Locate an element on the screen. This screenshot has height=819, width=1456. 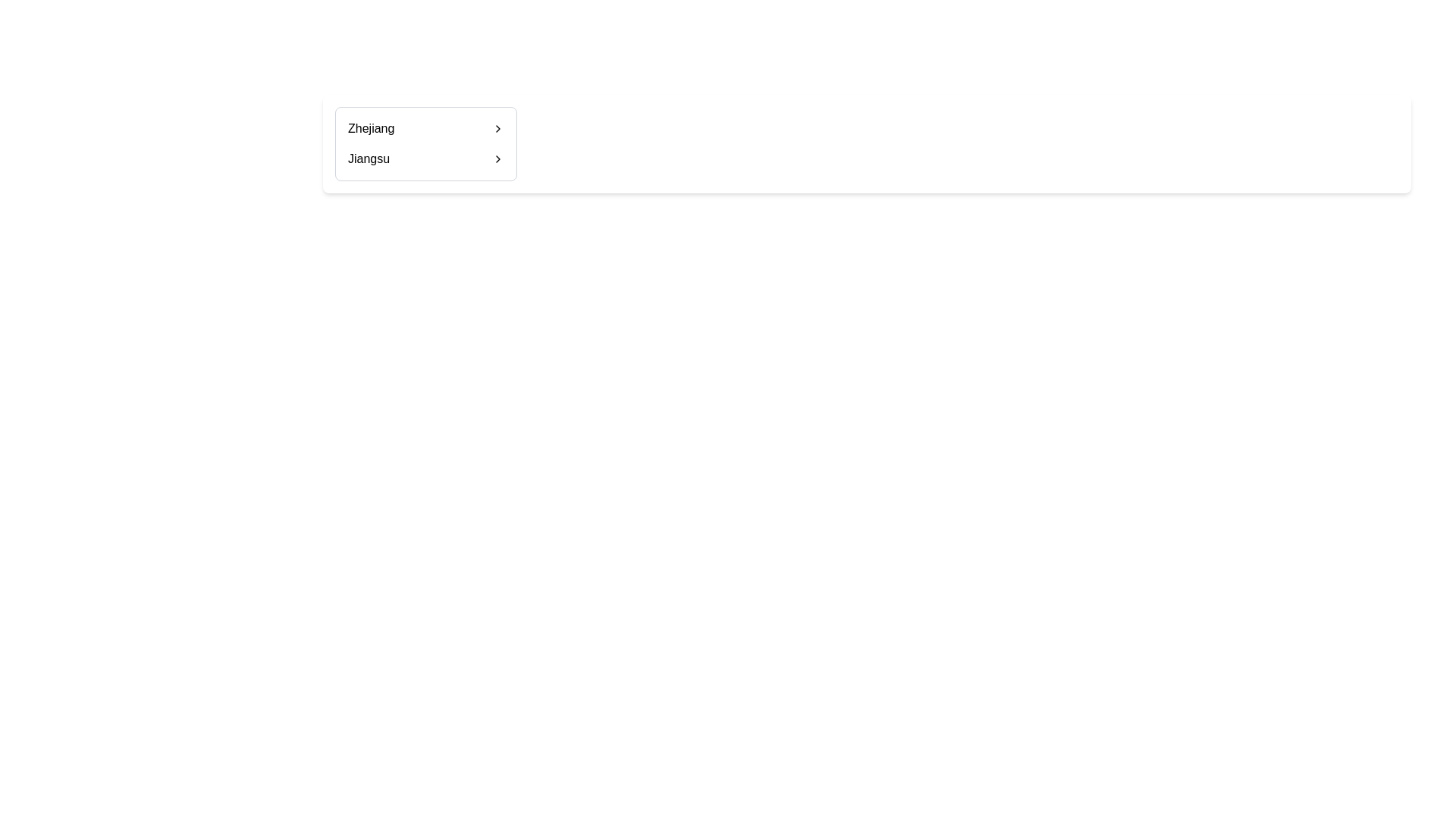
the first interactive list item option labeled 'Zhejiang' to activate visual feedback is located at coordinates (425, 127).